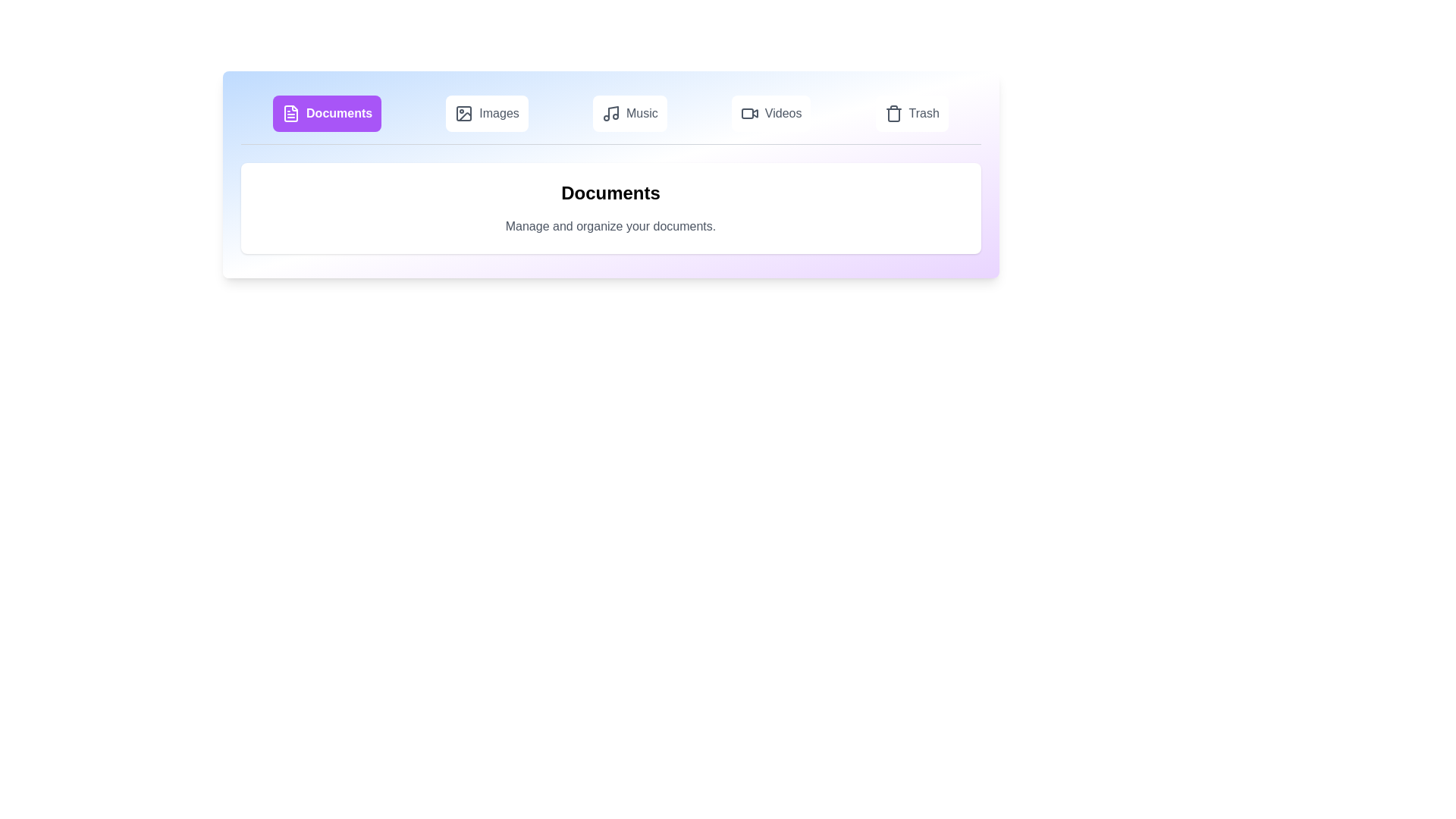 The image size is (1456, 819). Describe the element at coordinates (911, 113) in the screenshot. I see `the tab labeled Trash to preview its effect` at that location.